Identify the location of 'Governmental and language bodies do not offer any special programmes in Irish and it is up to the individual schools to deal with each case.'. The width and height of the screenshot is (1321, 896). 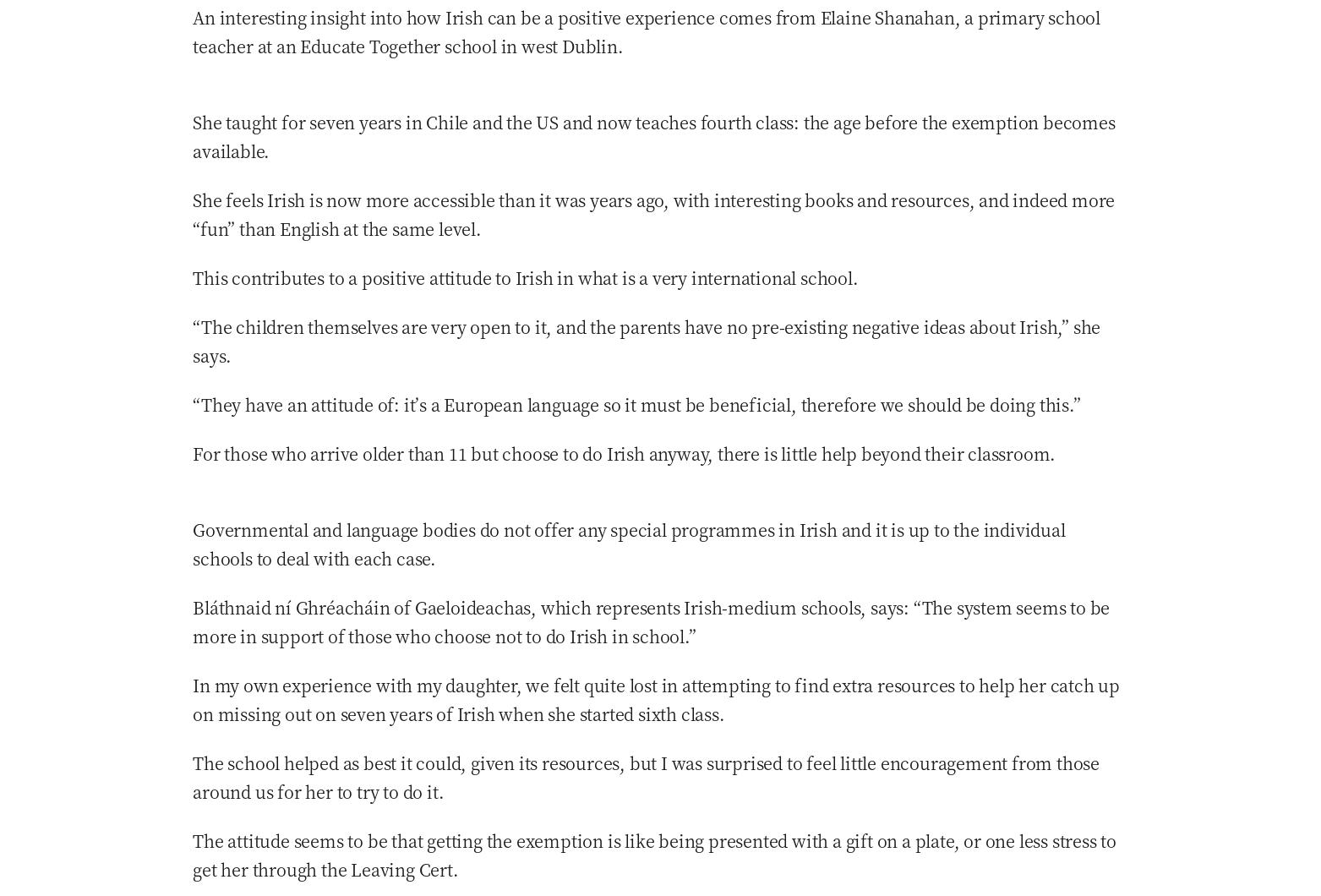
(628, 543).